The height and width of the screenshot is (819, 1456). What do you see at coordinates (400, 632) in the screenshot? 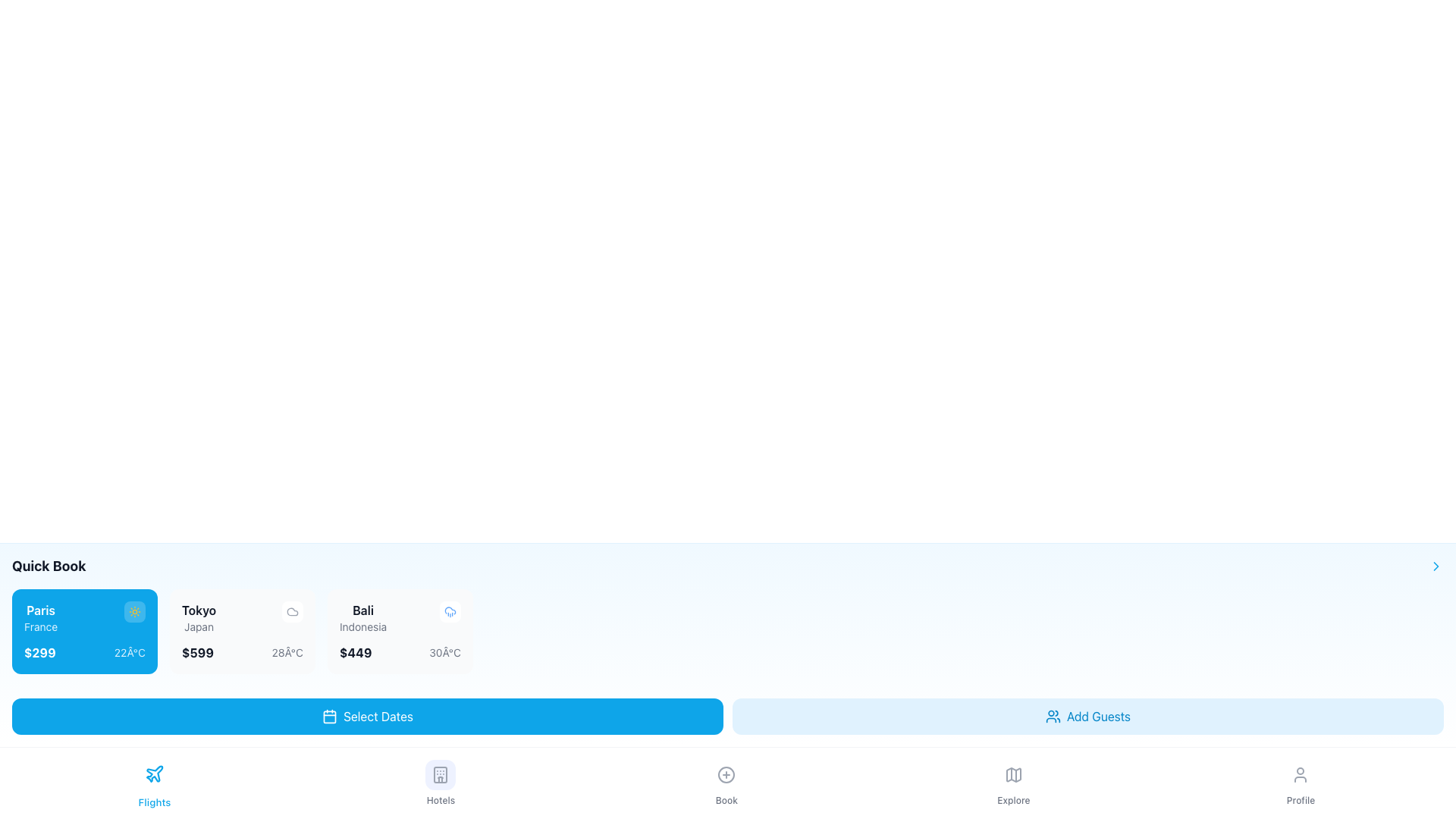
I see `the Informational Card displaying details about a travel destination, which is the third card in a horizontally scrollable list` at bounding box center [400, 632].